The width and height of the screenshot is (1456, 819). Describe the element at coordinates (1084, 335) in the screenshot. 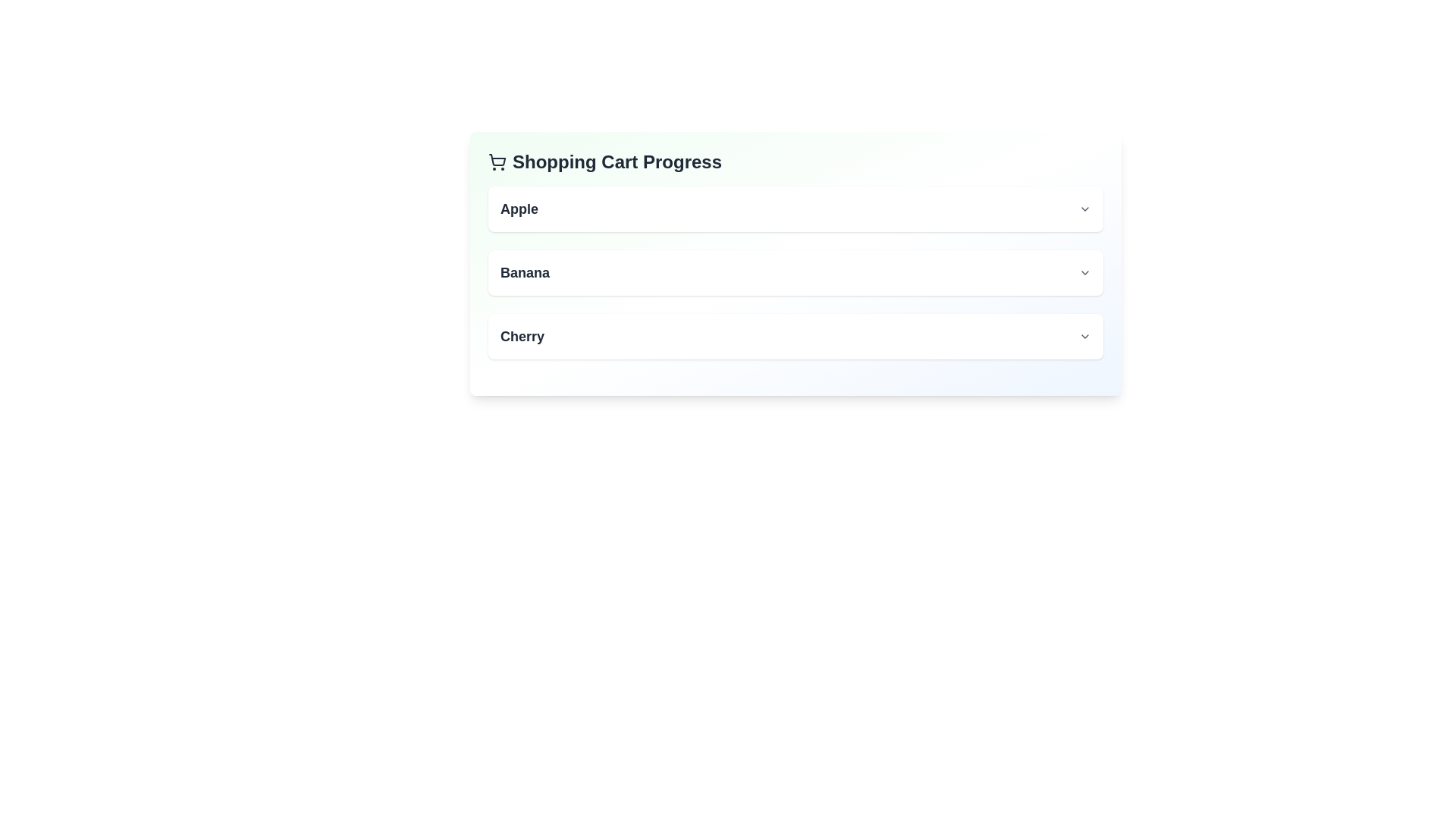

I see `the dropdown toggle icon button, which is a small gray downward-pointing arrow located on the far-right side of the row labeled 'Cherry'` at that location.